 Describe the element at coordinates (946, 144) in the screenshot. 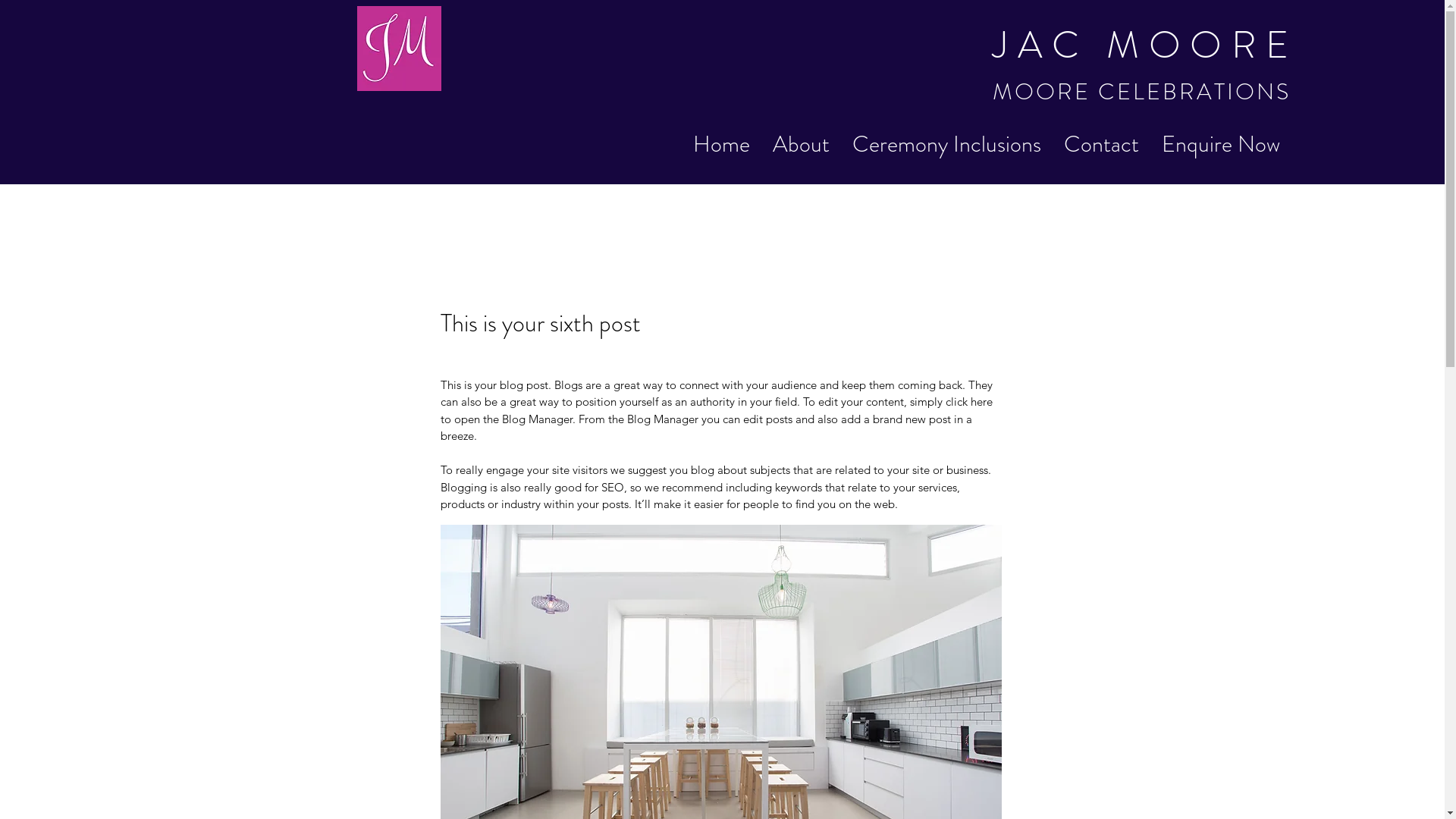

I see `'Ceremony Inclusions'` at that location.